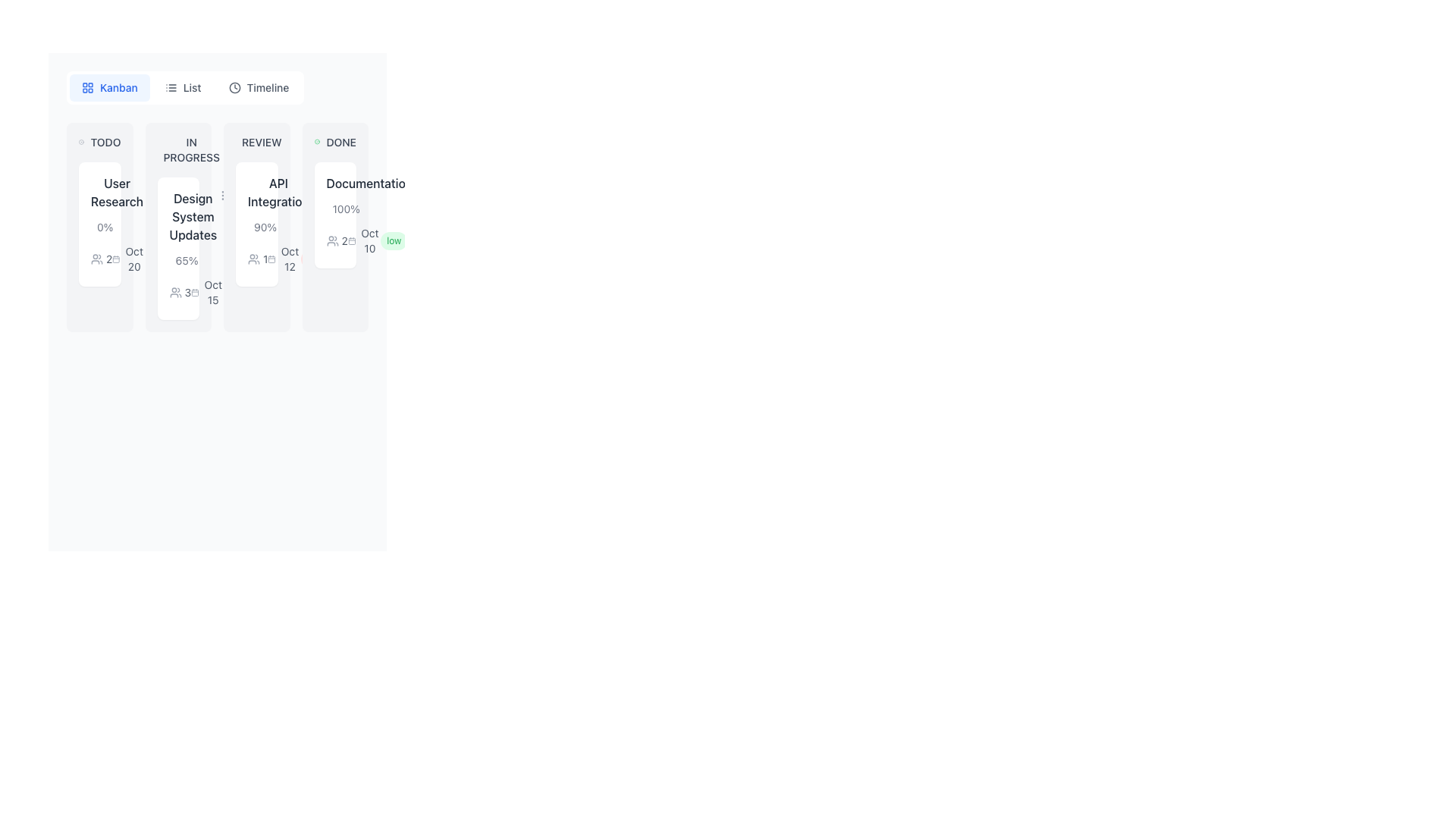 The height and width of the screenshot is (819, 1456). I want to click on the textual and icon group component indicating the number of participants or users in the 'IN PROGRESS' column of the Kanban board, located beneath the percentage progress indicator and to the left of the 'Oct 15' date indicator, so click(180, 292).